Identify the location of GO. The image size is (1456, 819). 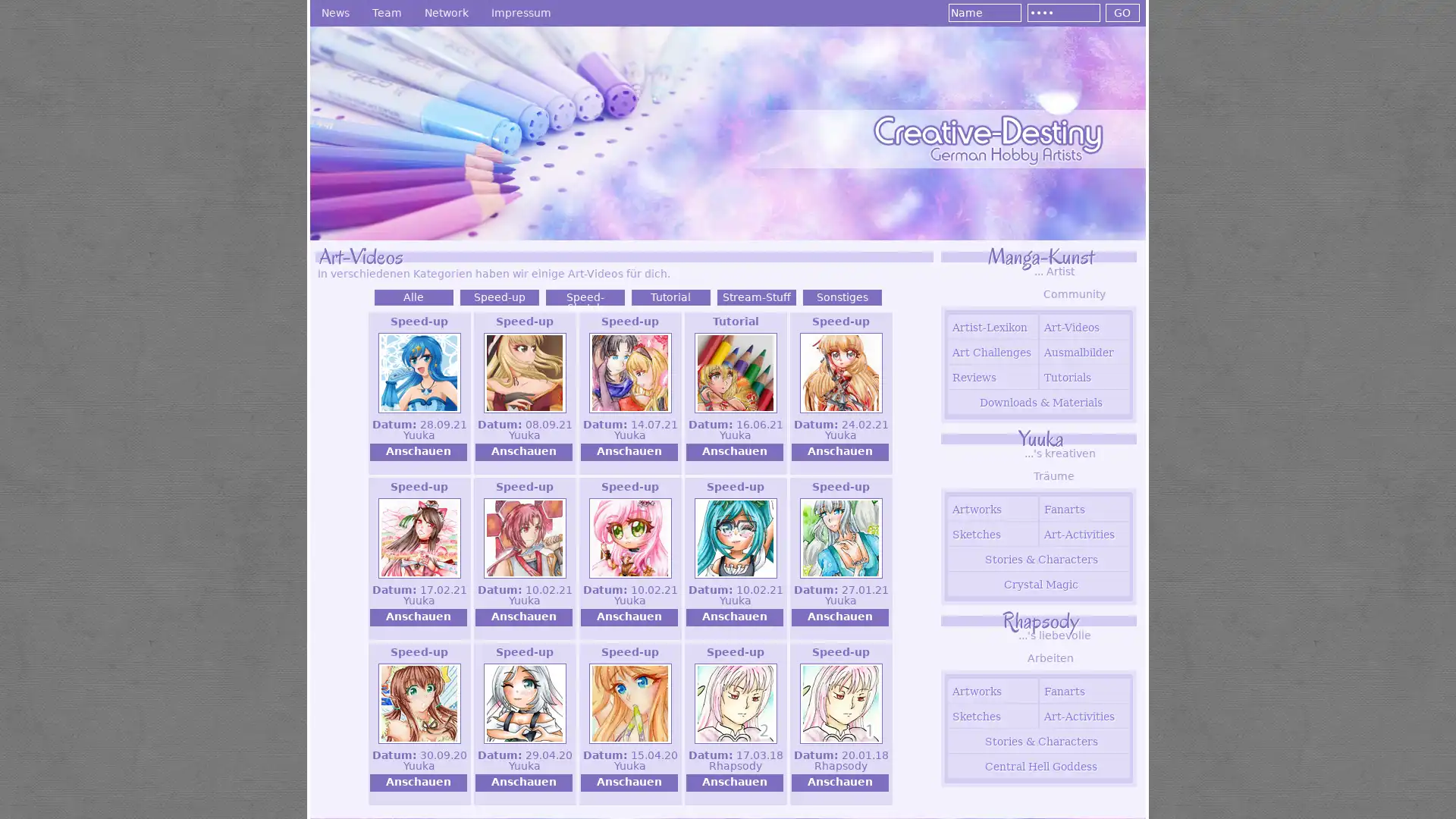
(1122, 12).